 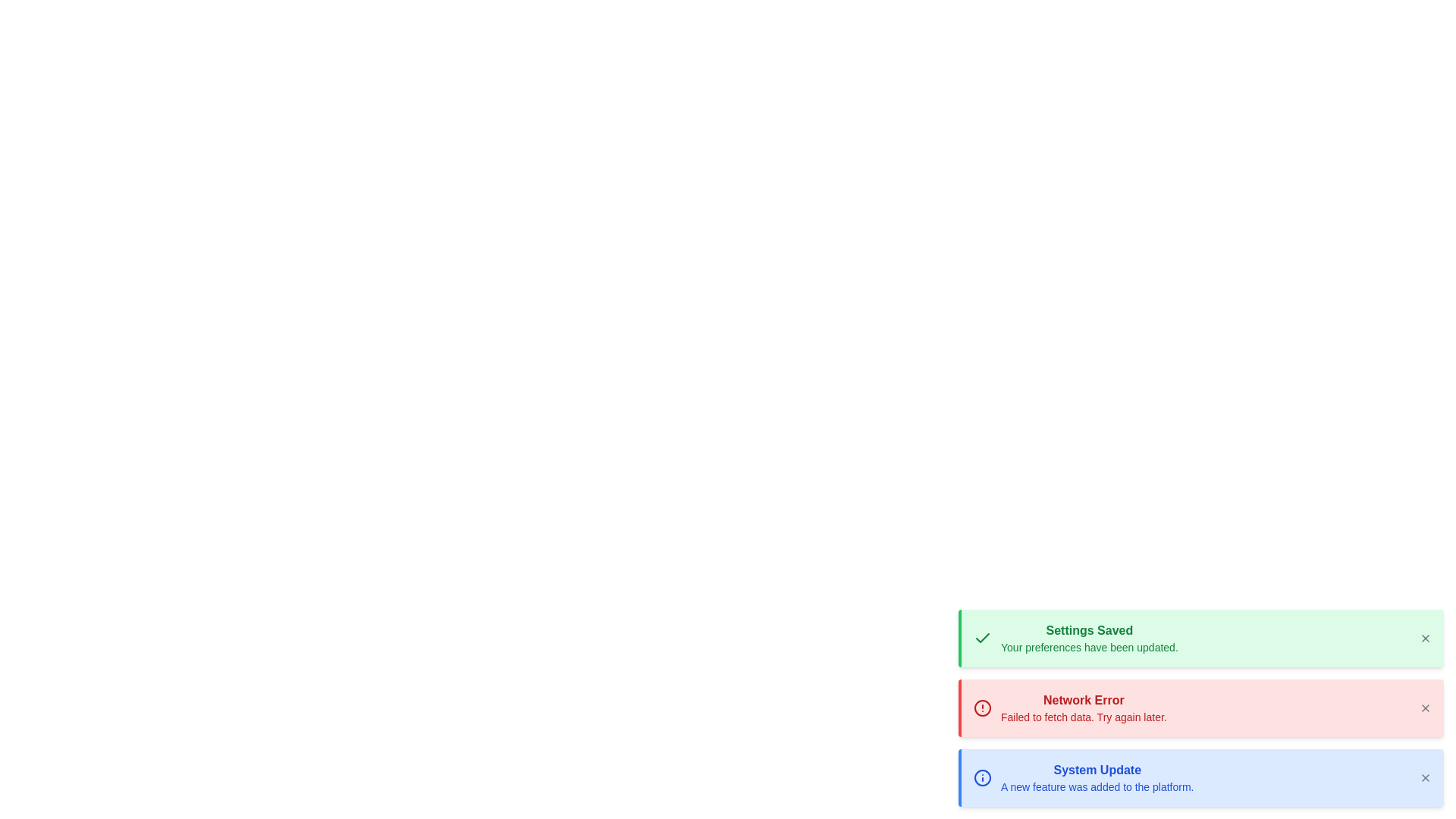 I want to click on the third notification message block in the bottom-most notification card, so click(x=1083, y=778).